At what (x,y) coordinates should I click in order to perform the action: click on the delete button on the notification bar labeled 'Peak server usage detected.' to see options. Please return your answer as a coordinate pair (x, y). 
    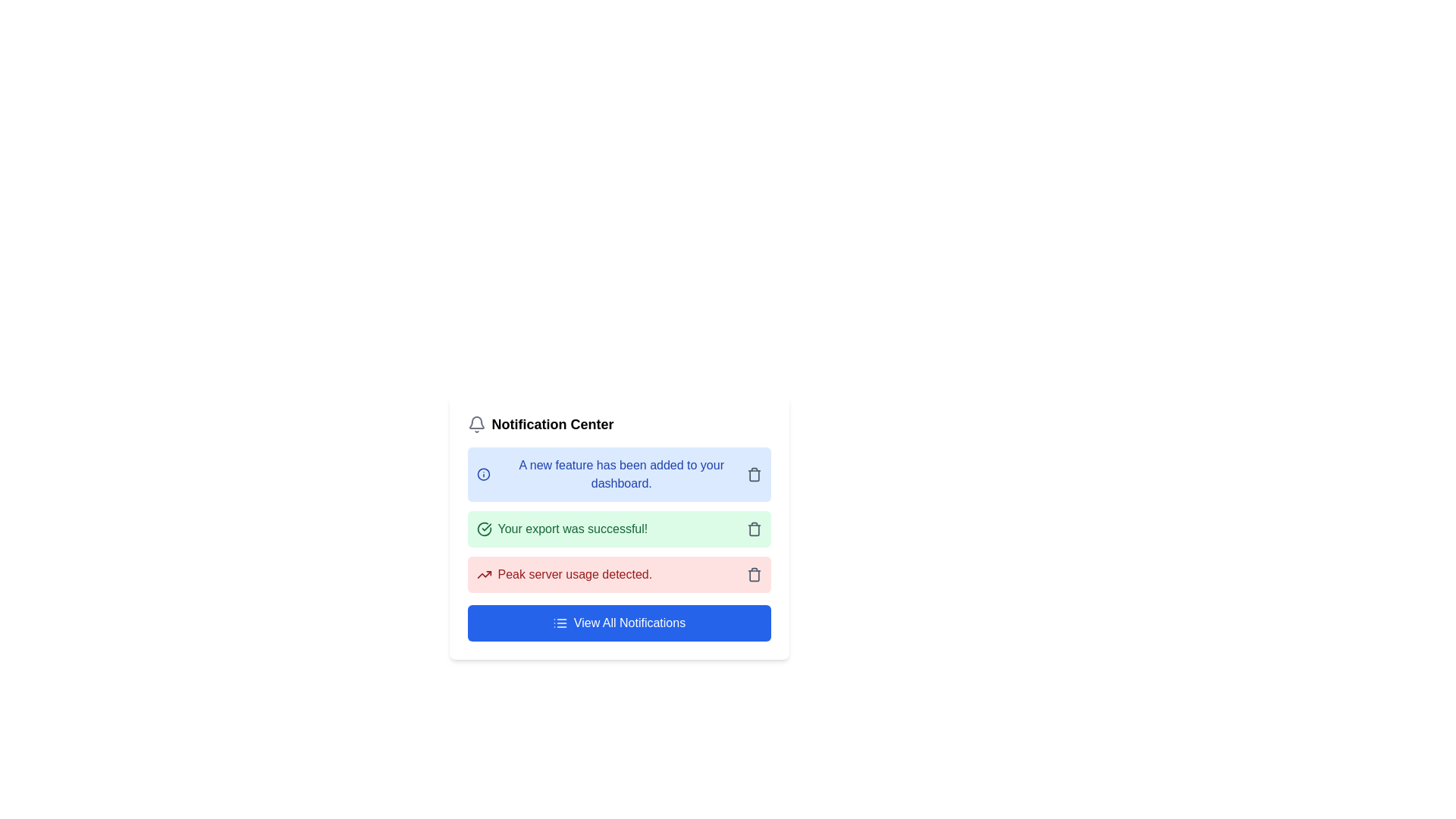
    Looking at the image, I should click on (754, 575).